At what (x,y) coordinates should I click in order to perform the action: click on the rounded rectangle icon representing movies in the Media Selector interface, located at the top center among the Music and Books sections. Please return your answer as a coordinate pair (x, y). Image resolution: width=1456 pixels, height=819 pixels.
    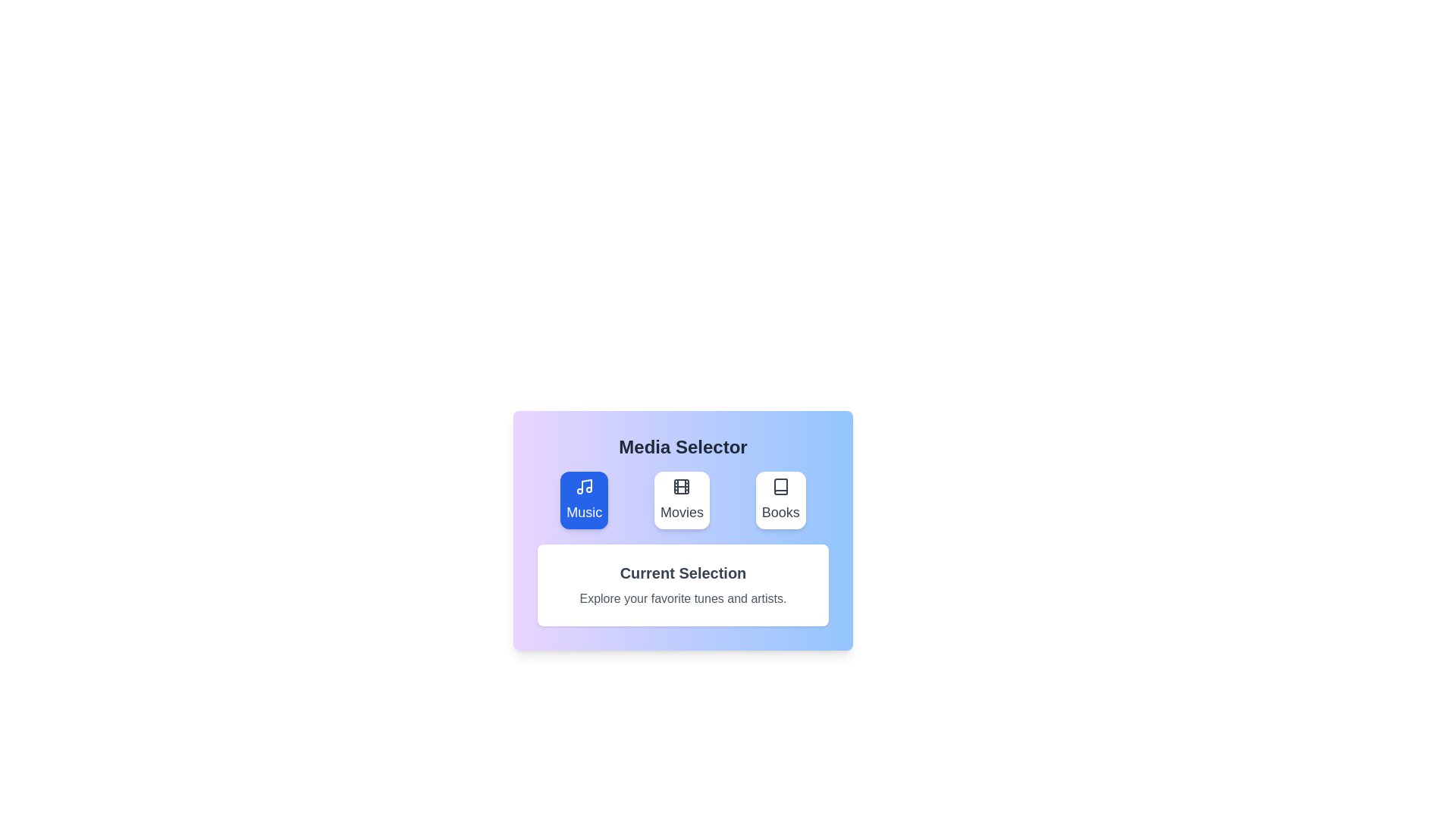
    Looking at the image, I should click on (681, 486).